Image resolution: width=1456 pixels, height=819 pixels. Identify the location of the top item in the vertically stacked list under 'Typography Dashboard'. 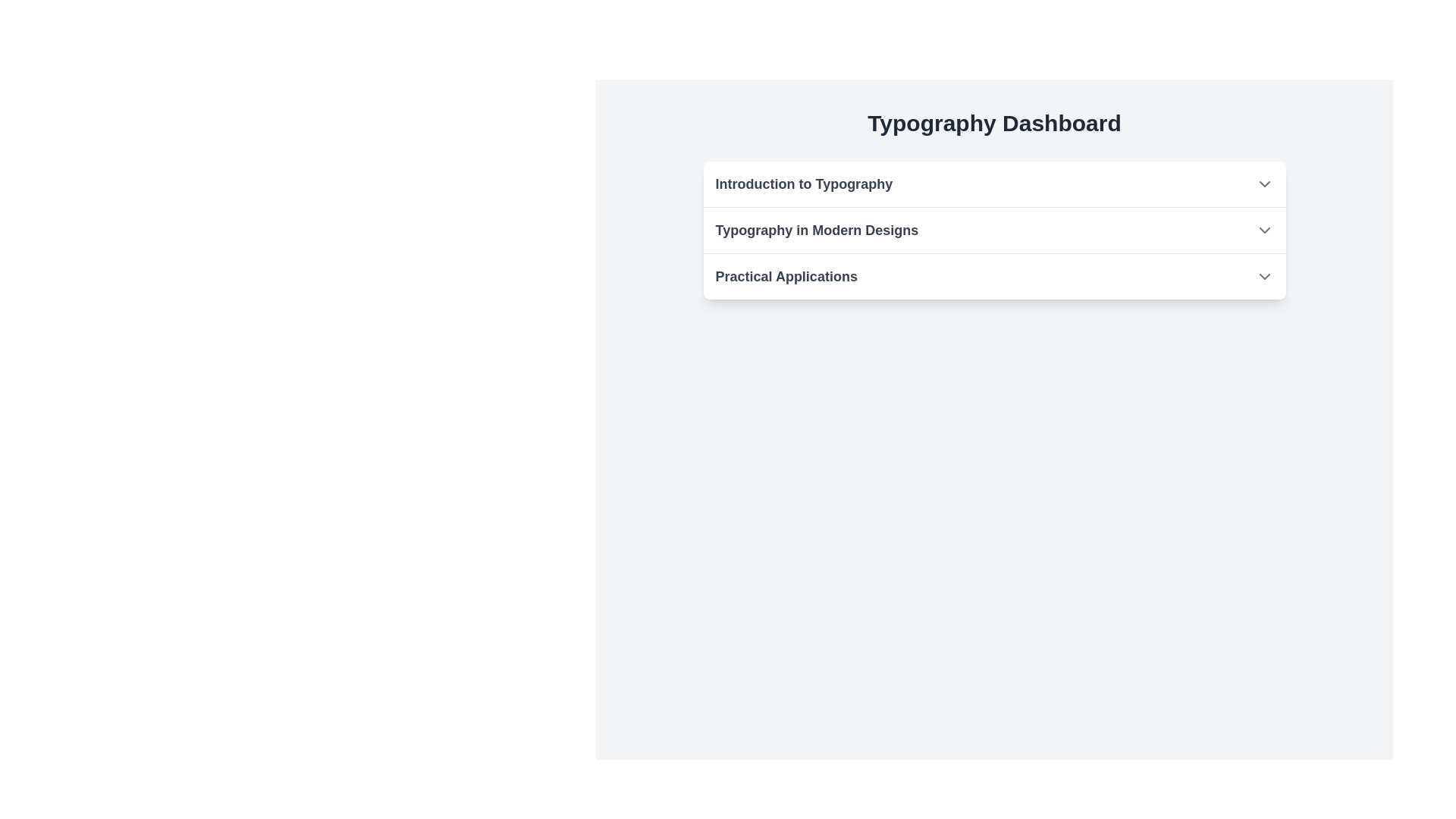
(994, 184).